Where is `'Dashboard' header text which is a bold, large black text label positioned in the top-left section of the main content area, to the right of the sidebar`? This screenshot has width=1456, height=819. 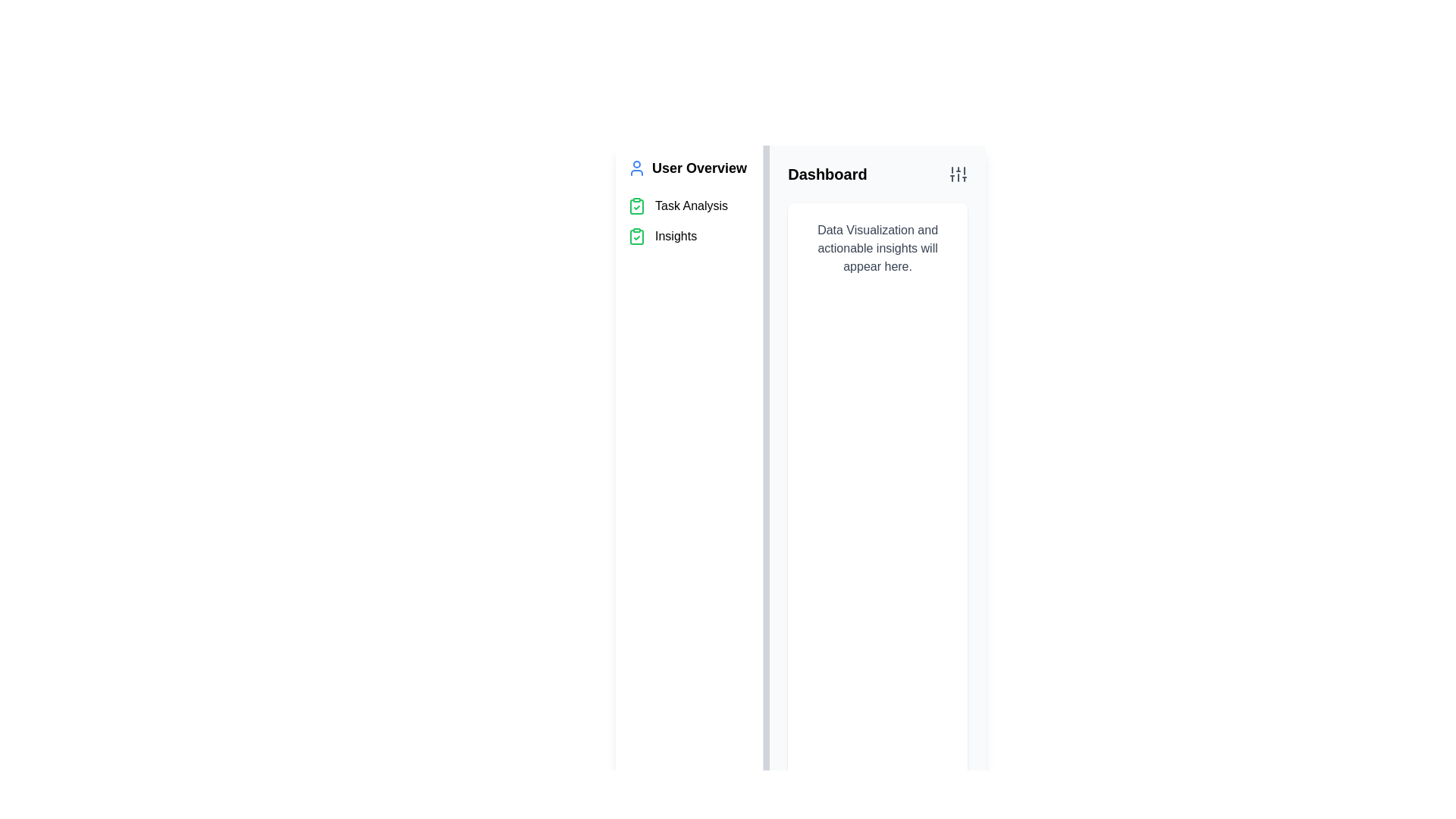 'Dashboard' header text which is a bold, large black text label positioned in the top-left section of the main content area, to the right of the sidebar is located at coordinates (827, 174).